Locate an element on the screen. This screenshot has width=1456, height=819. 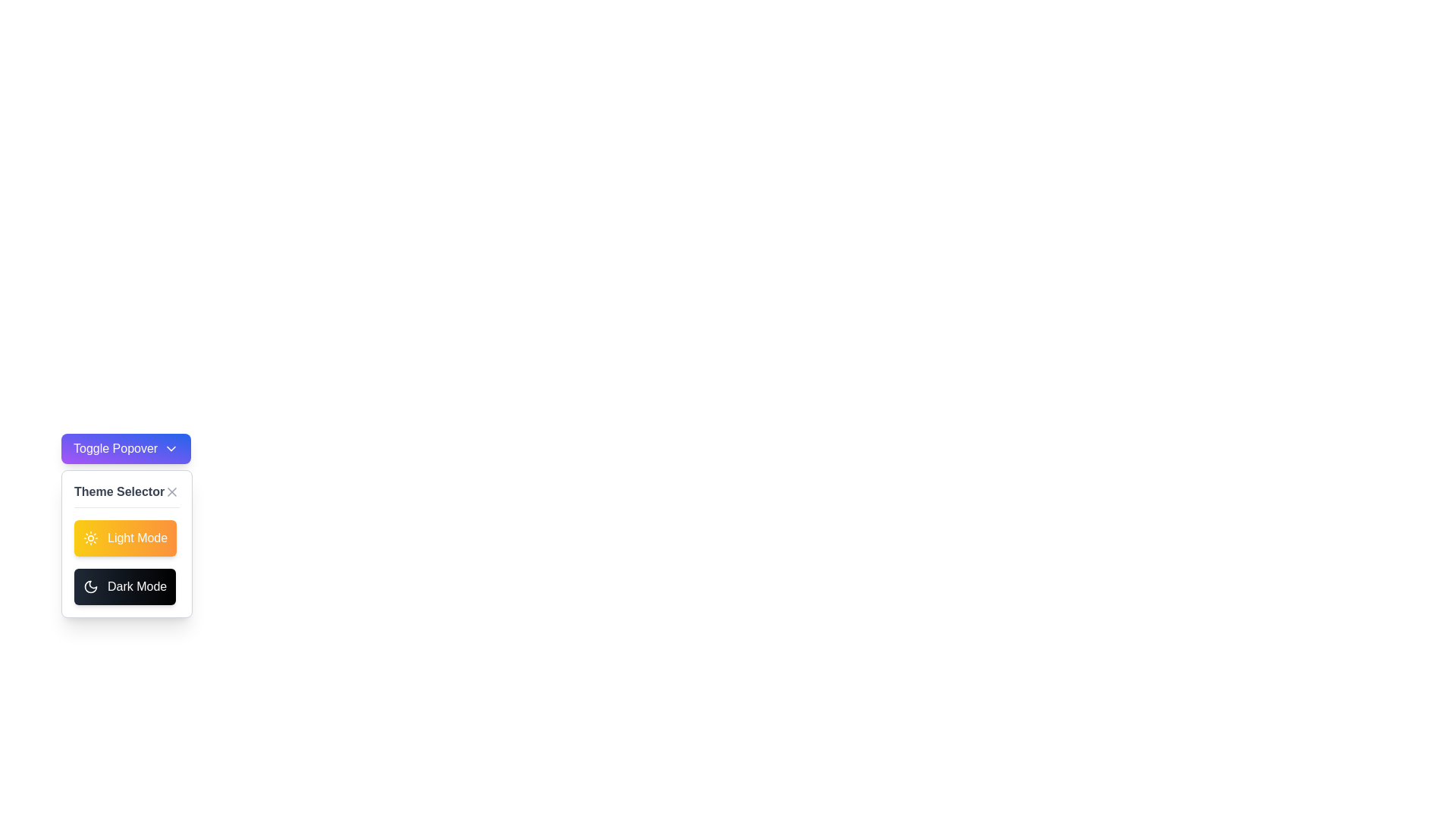
text label that displays 'Theme Selector' in bold and dark gray color, located at the top-left corner of the dropdown content panel below the 'Toggle Popover' dropdown button is located at coordinates (118, 491).